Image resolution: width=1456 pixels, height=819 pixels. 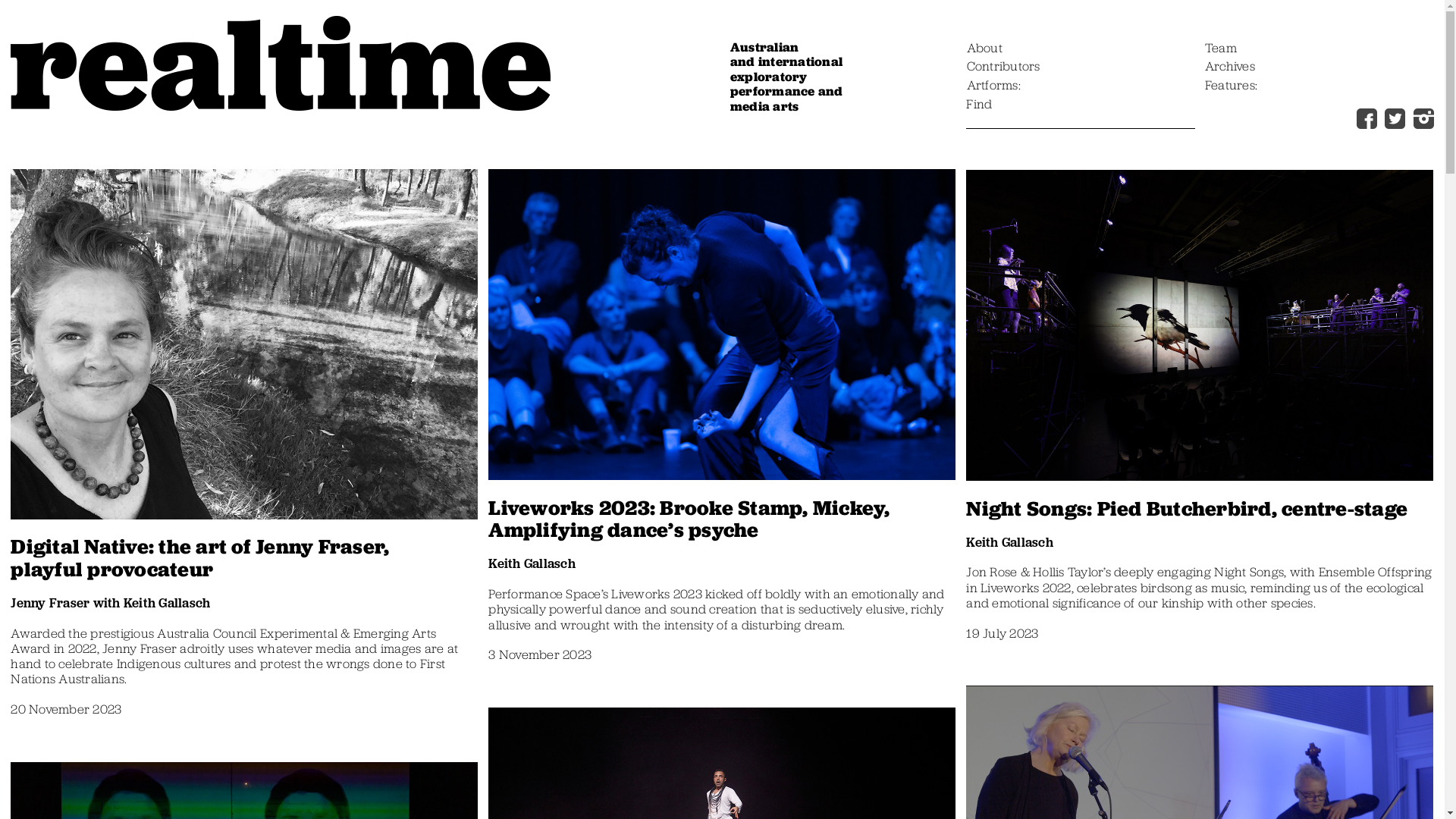 What do you see at coordinates (1230, 66) in the screenshot?
I see `'Archives'` at bounding box center [1230, 66].